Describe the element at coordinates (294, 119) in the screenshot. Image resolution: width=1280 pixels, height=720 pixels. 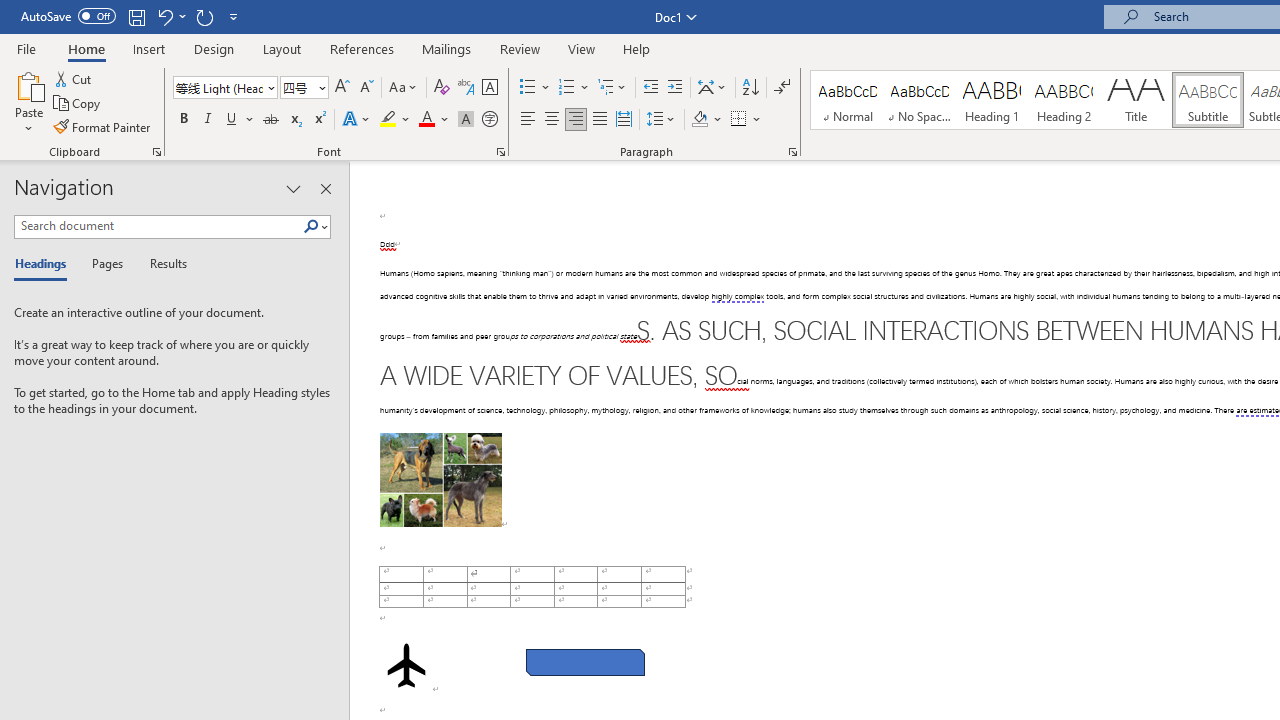
I see `'Subscript'` at that location.